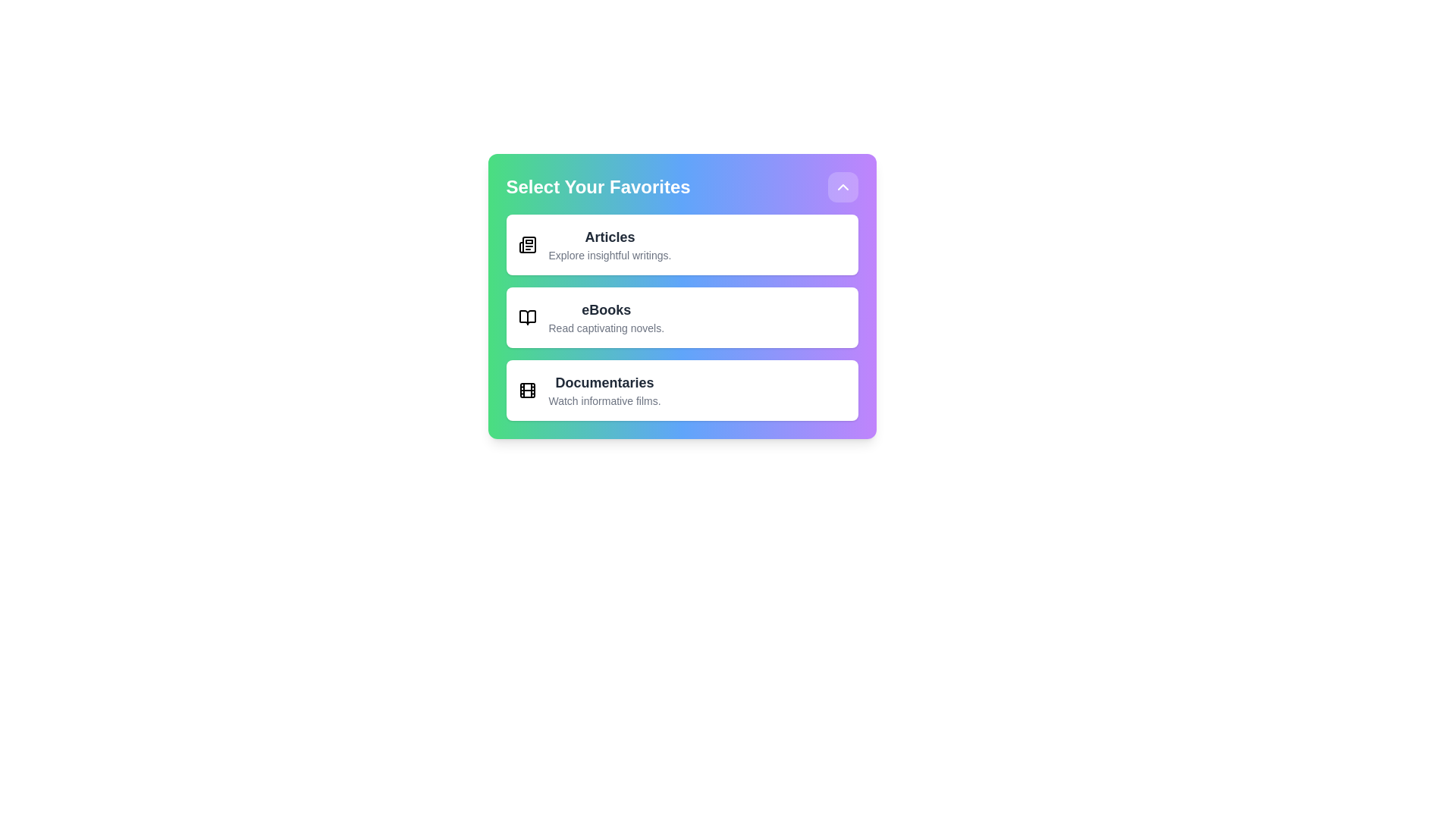 This screenshot has width=1456, height=819. What do you see at coordinates (842, 186) in the screenshot?
I see `arrow button to toggle the visibility of the panel` at bounding box center [842, 186].